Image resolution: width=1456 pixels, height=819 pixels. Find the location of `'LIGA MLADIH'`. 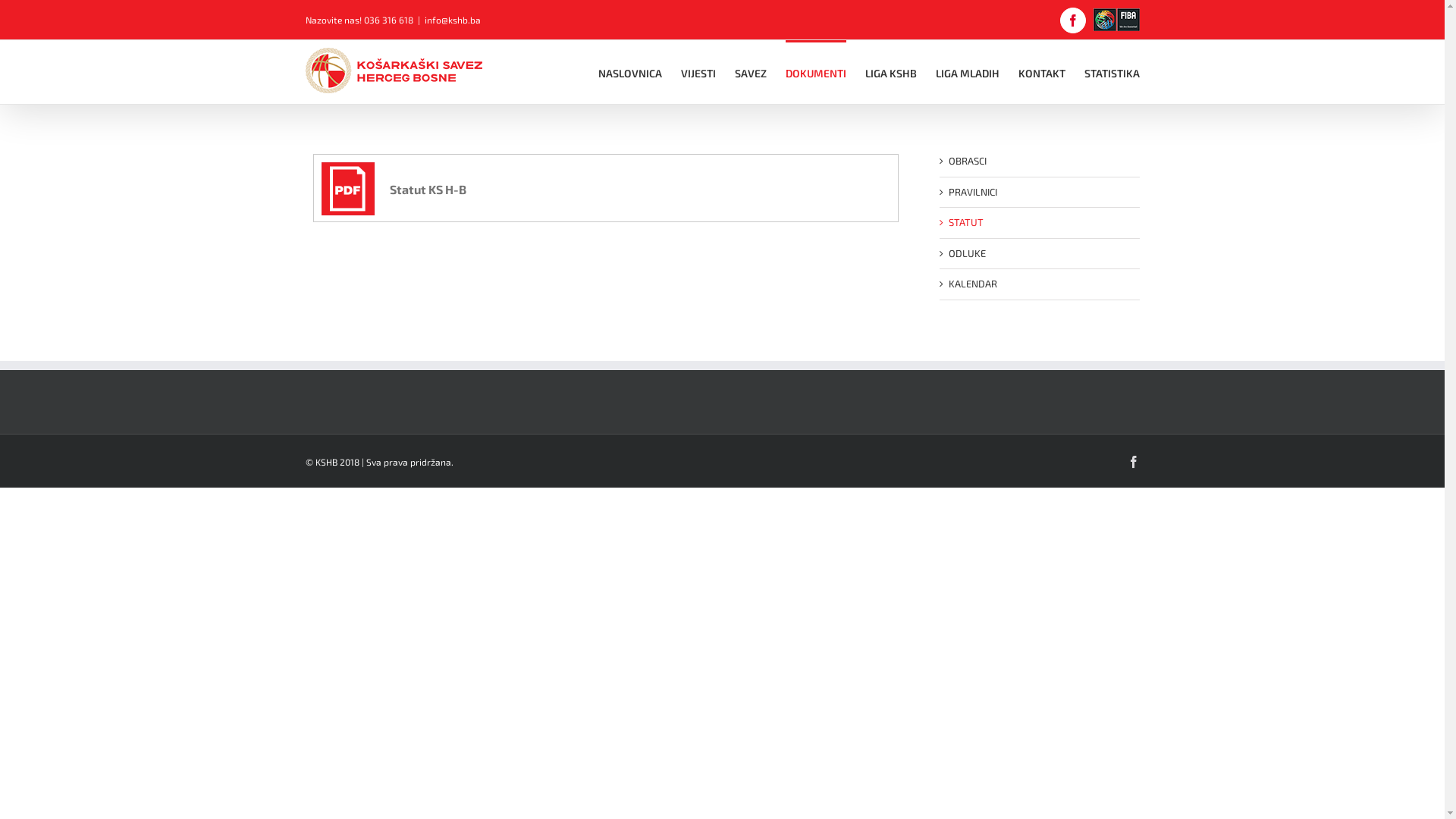

'LIGA MLADIH' is located at coordinates (967, 72).